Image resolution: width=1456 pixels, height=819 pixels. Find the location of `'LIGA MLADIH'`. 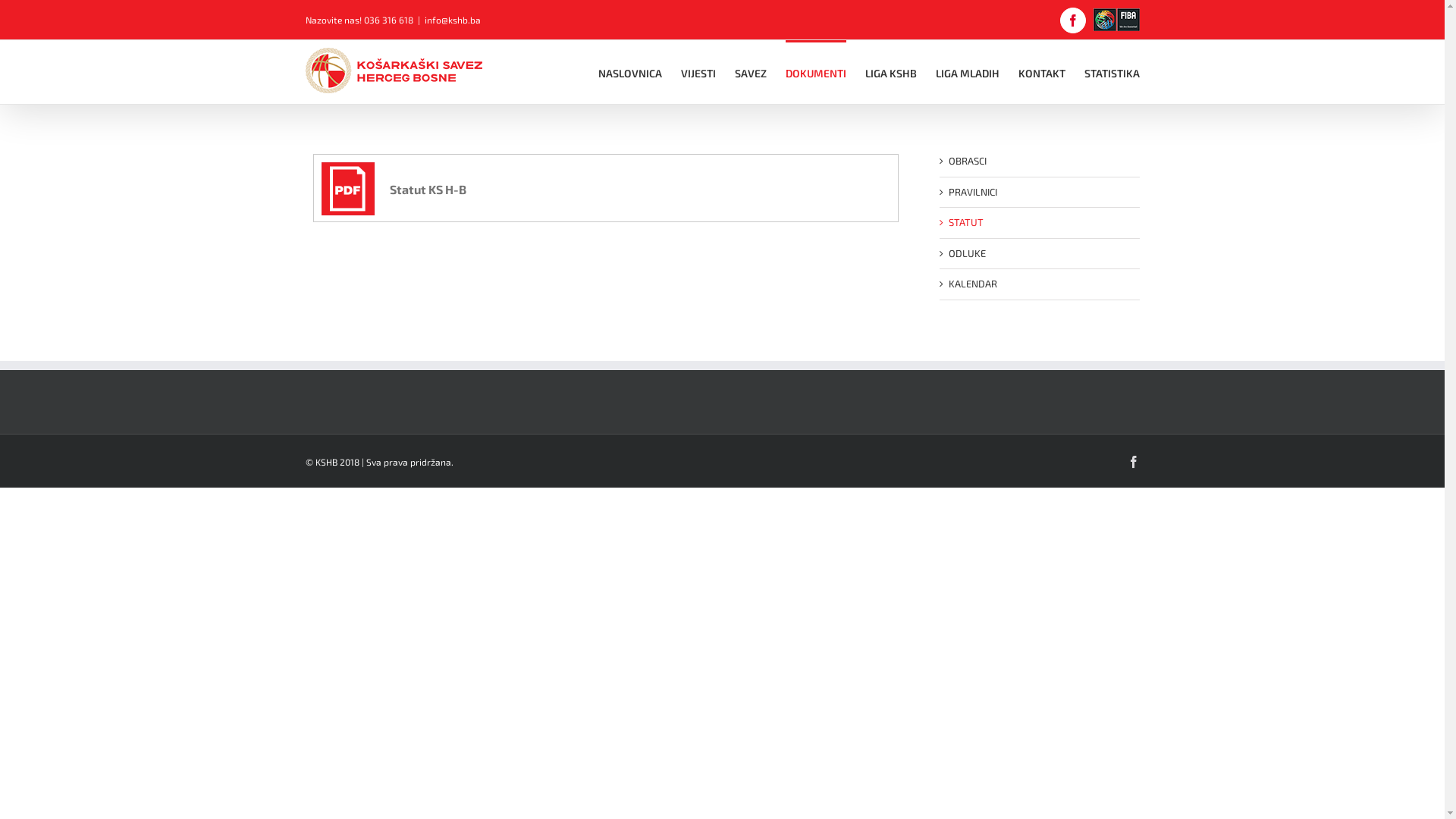

'LIGA MLADIH' is located at coordinates (967, 72).